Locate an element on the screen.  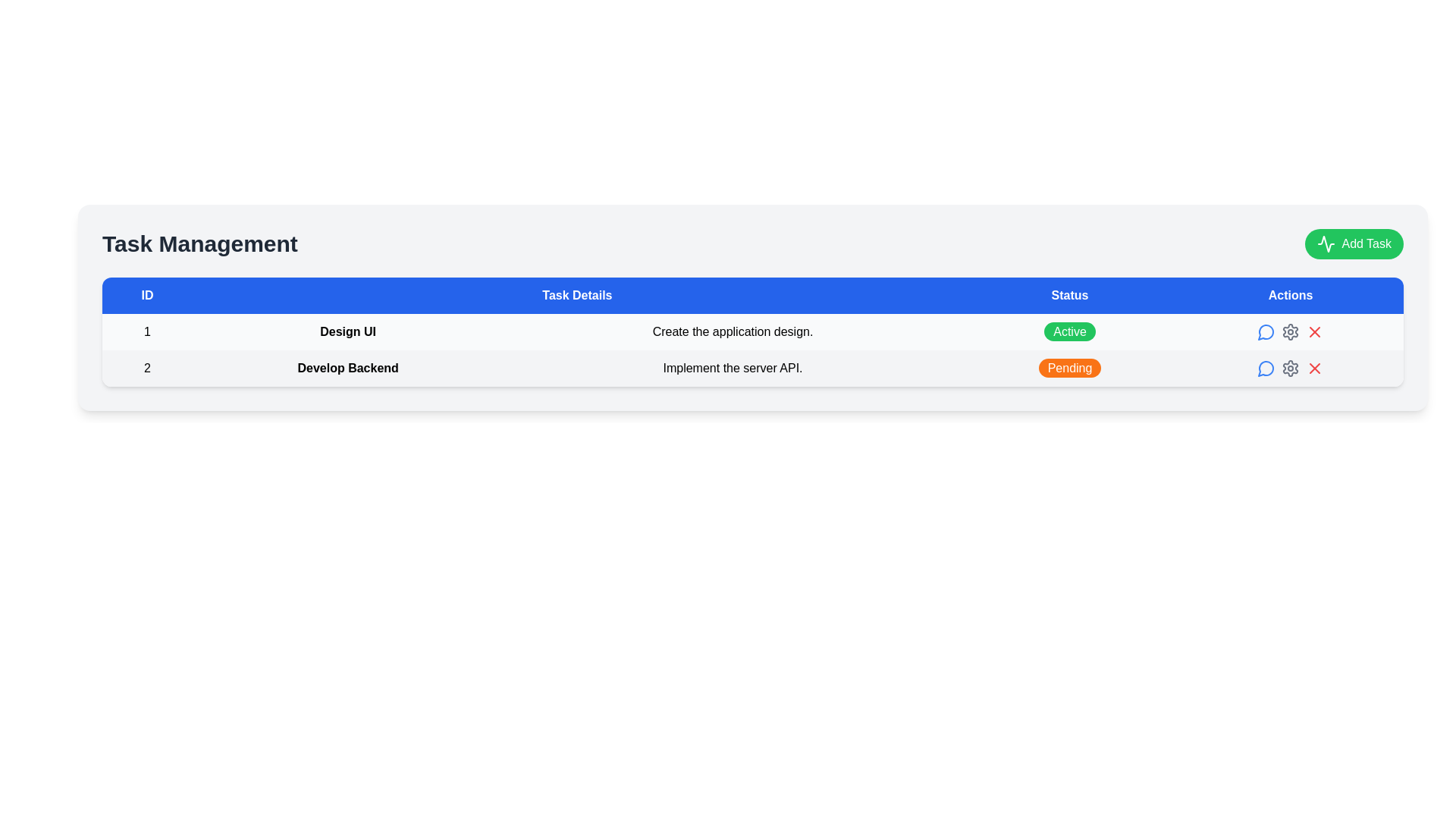
the capsule-shaped label with an orange background and white text reading 'Pending' located in the second row of the table under the 'Status' column is located at coordinates (1069, 369).